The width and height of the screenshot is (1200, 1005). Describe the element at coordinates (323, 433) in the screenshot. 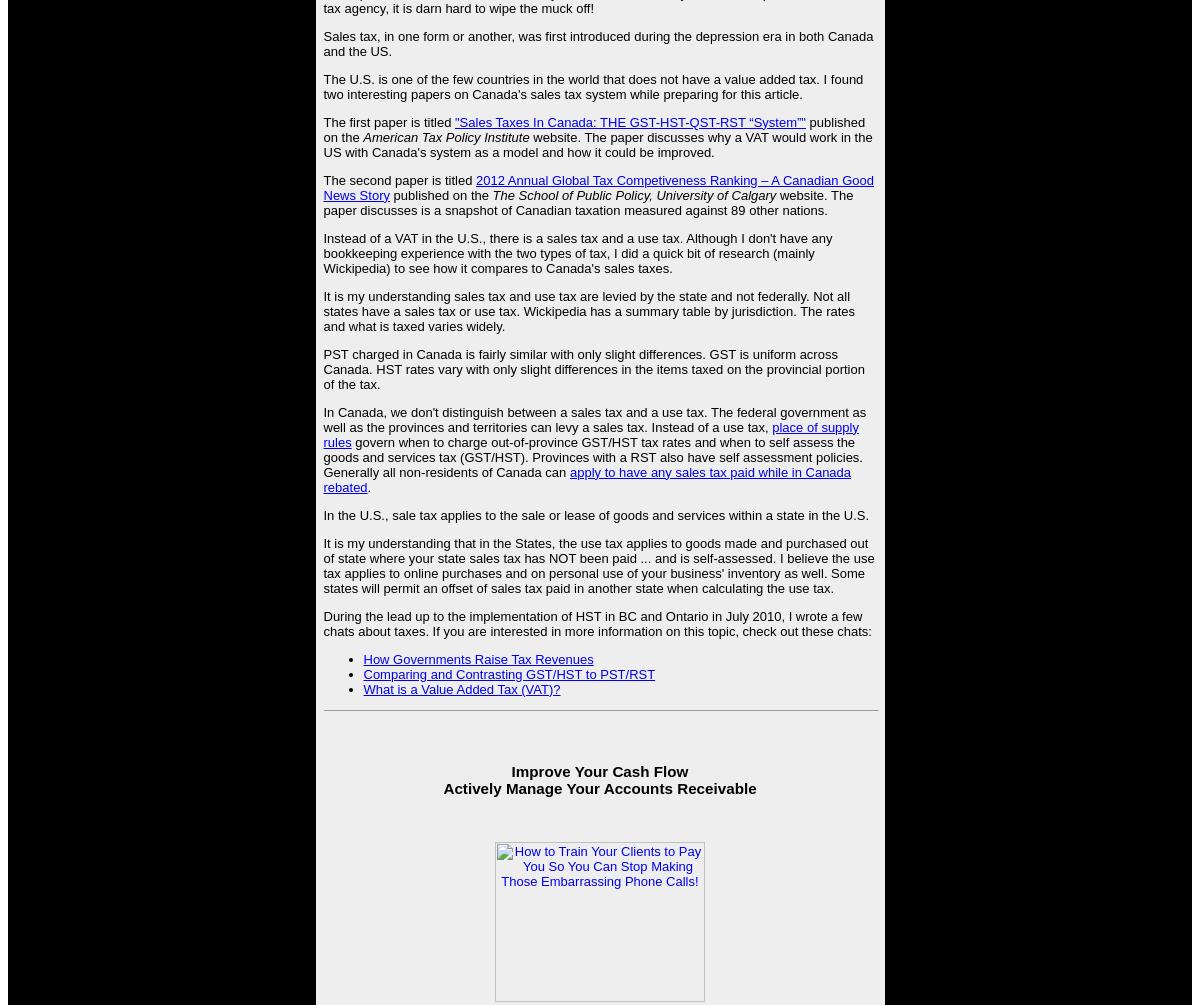

I see `'place of supply rules'` at that location.